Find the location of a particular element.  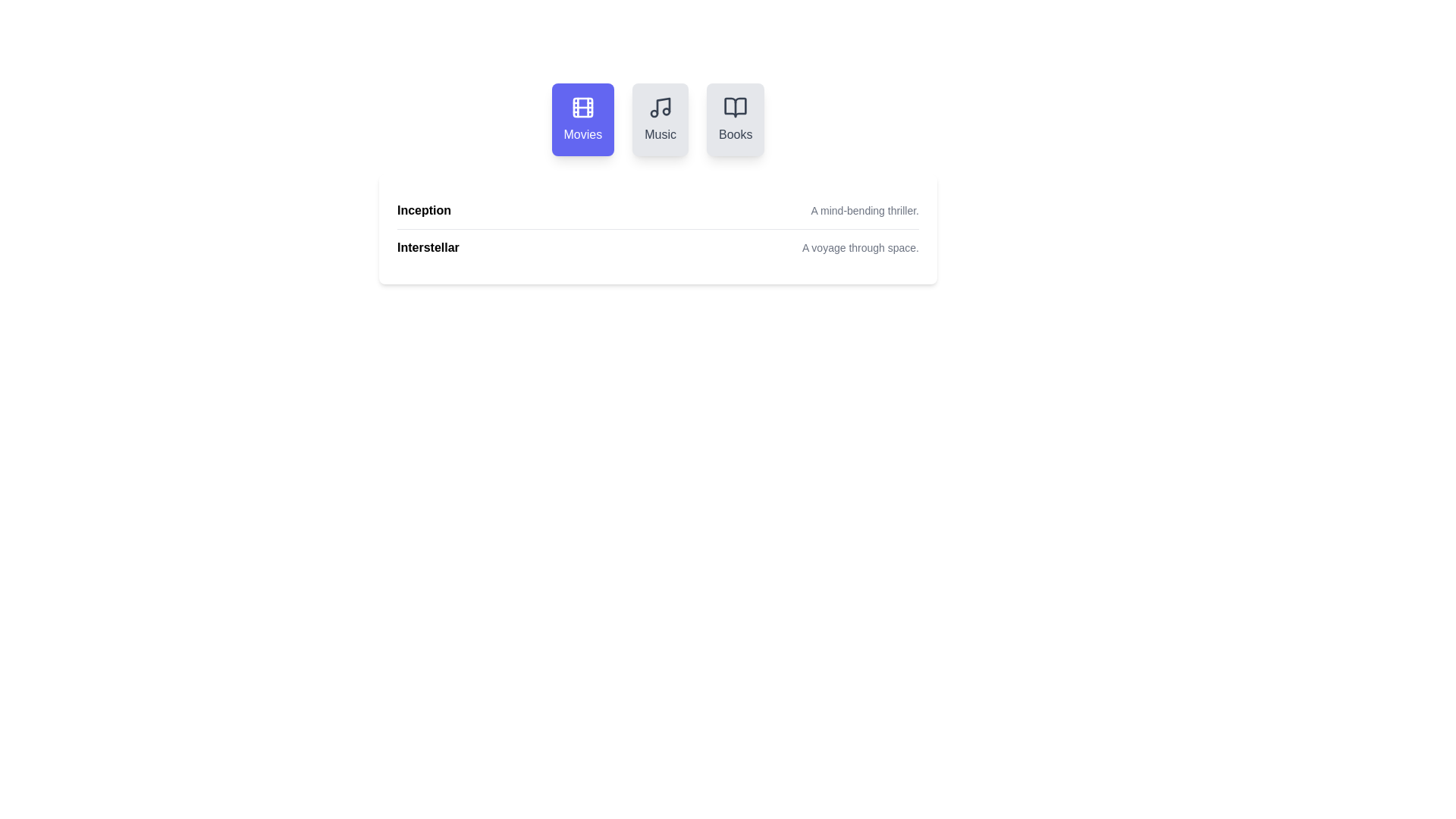

the title Interstellar in the active tab is located at coordinates (427, 247).